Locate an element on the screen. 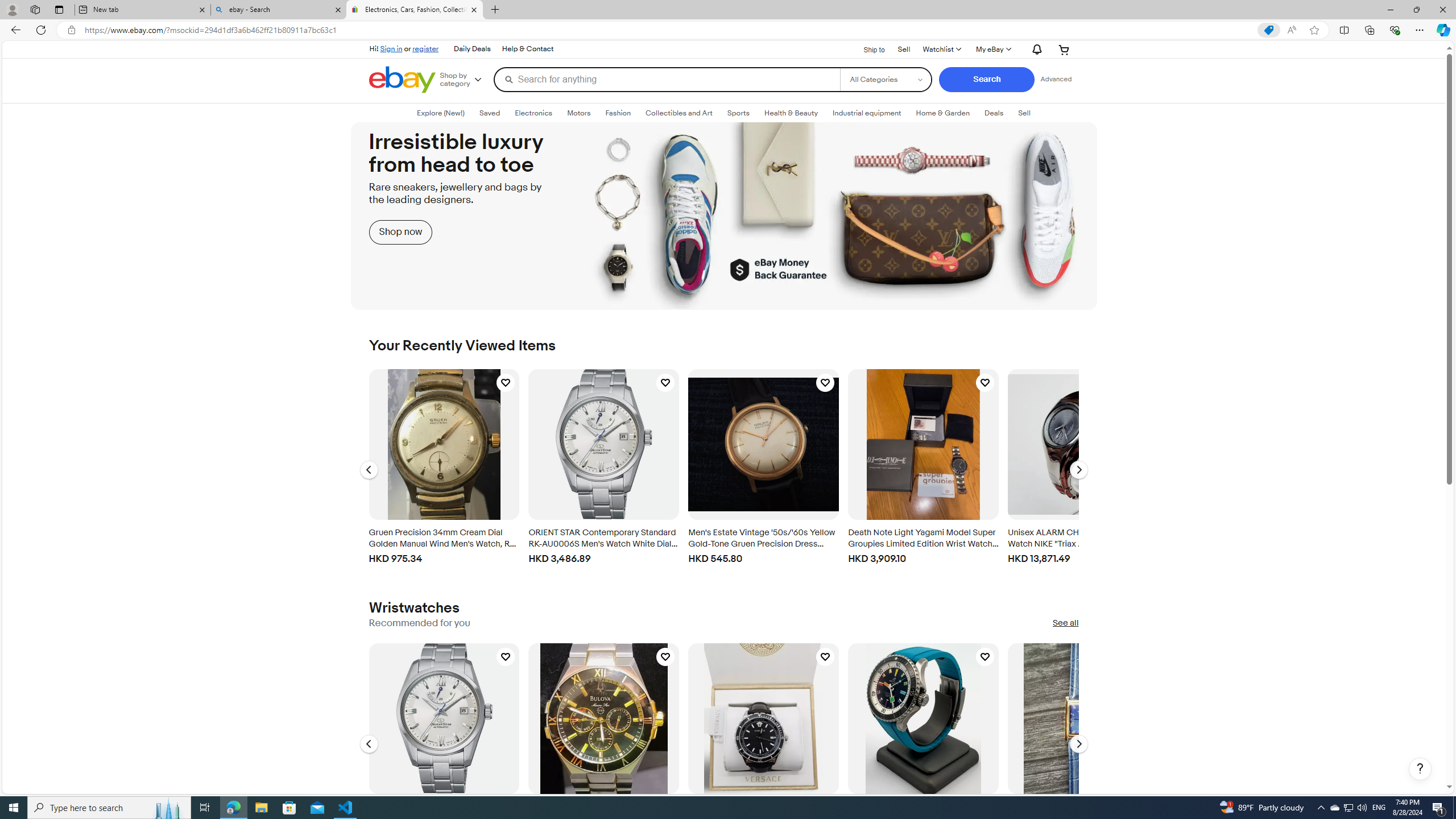 The image size is (1456, 819). 'Industrial equipment' is located at coordinates (867, 113).